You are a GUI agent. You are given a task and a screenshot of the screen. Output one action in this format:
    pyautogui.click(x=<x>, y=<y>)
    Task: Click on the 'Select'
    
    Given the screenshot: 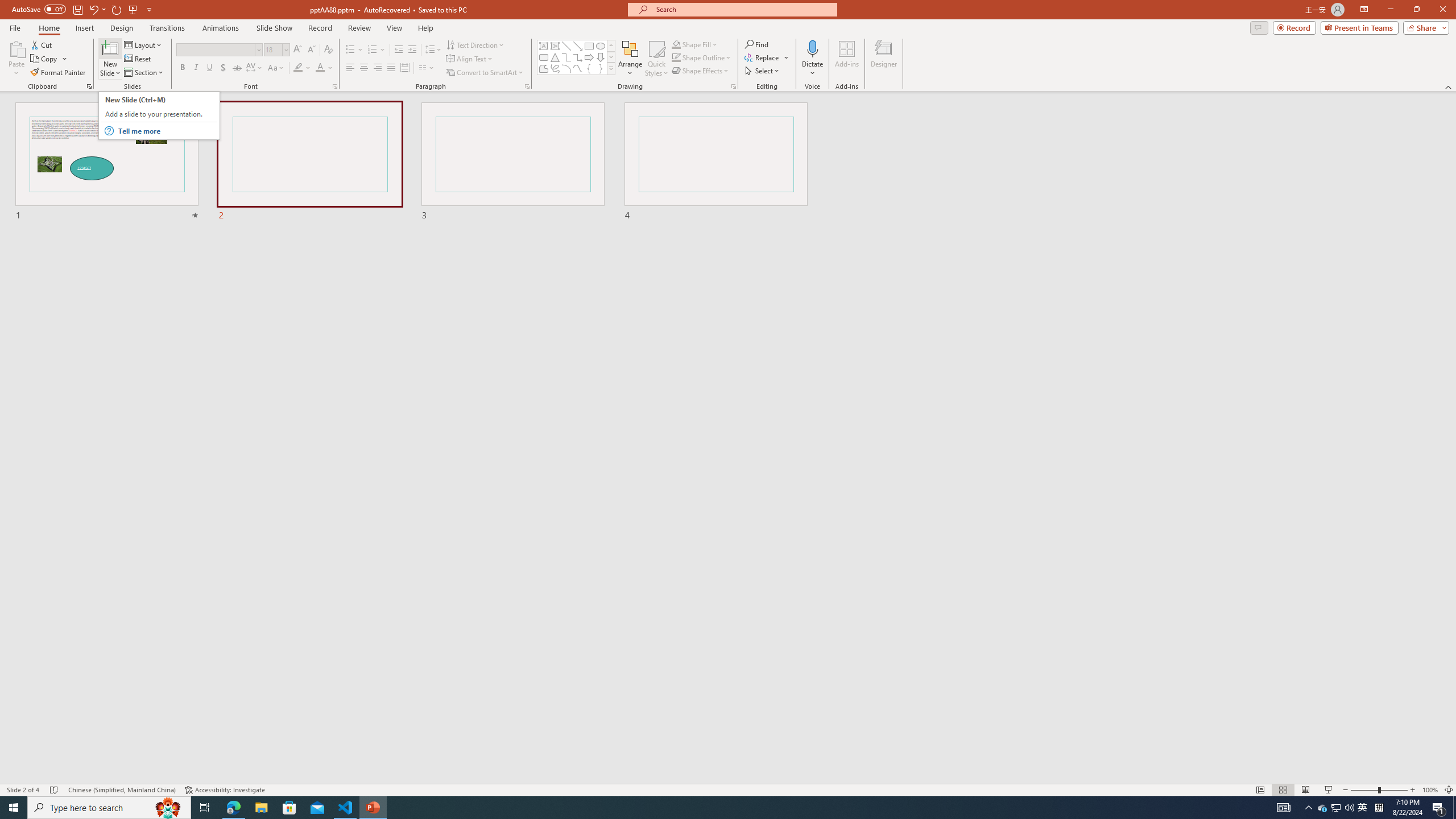 What is the action you would take?
    pyautogui.click(x=763, y=69)
    